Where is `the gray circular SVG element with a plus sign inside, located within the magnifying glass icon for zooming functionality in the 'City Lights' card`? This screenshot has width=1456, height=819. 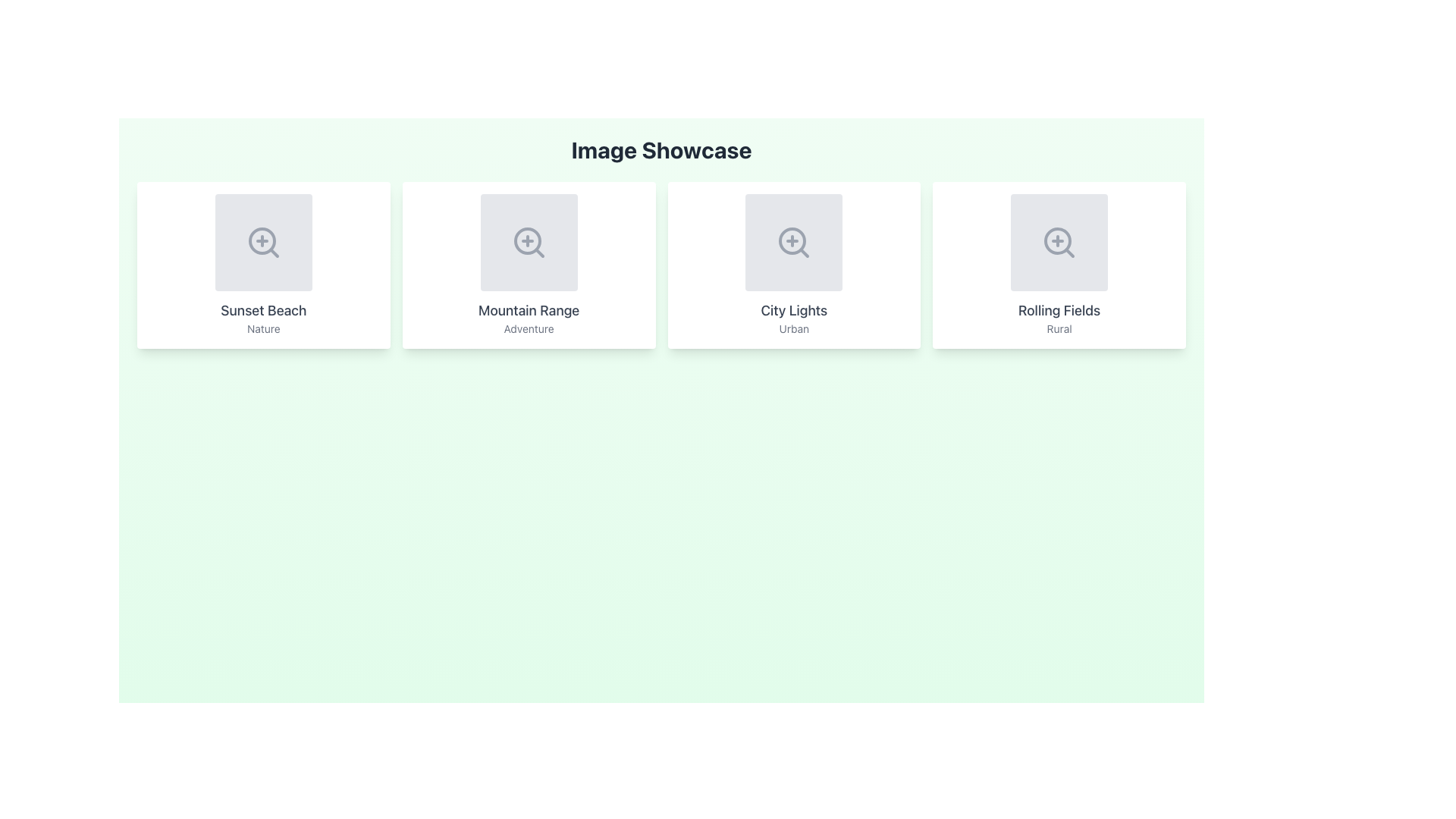
the gray circular SVG element with a plus sign inside, located within the magnifying glass icon for zooming functionality in the 'City Lights' card is located at coordinates (792, 240).